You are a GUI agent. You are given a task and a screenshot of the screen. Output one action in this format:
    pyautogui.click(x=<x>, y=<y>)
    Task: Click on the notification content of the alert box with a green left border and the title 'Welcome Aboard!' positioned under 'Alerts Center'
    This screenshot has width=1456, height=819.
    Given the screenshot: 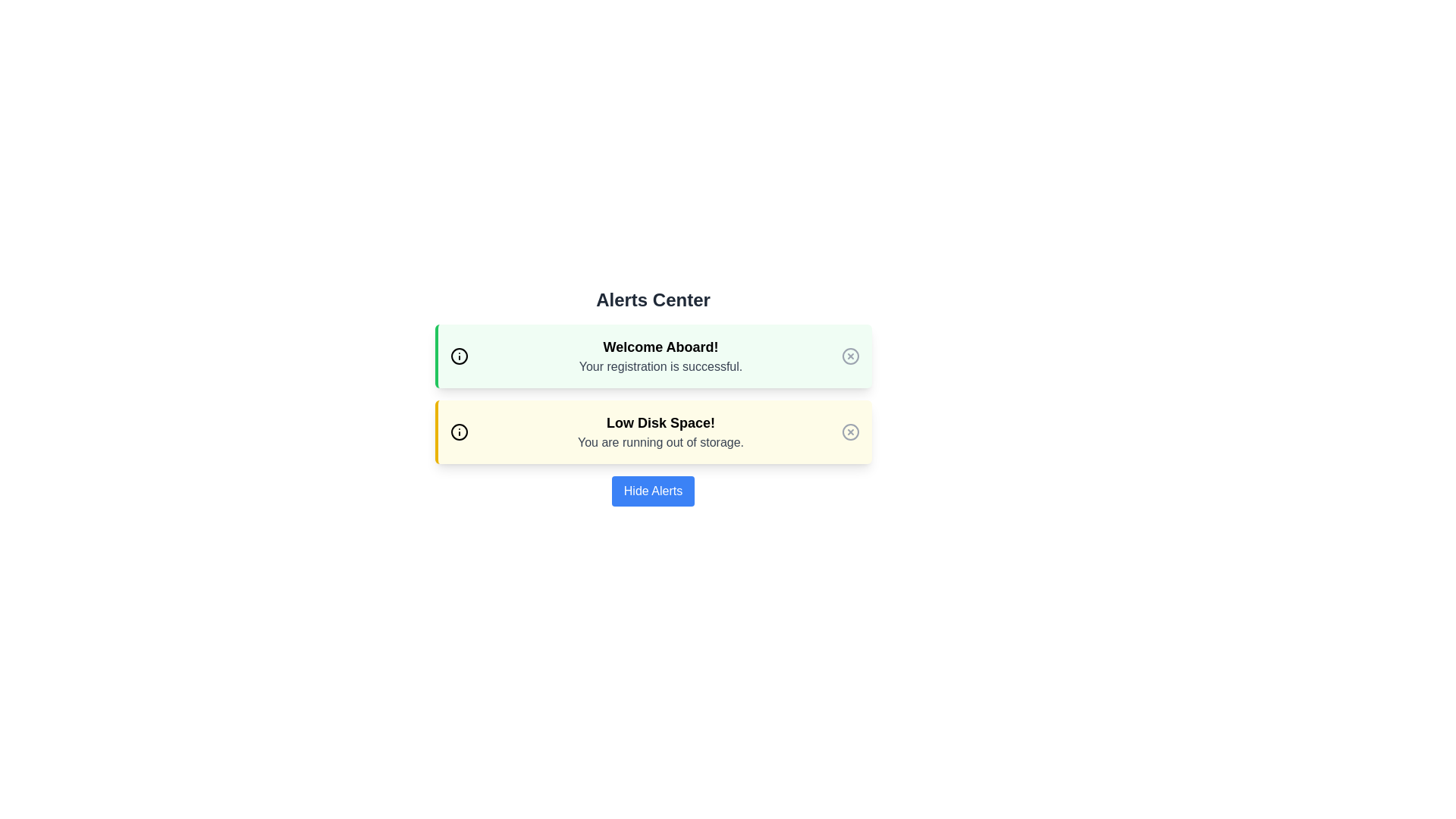 What is the action you would take?
    pyautogui.click(x=653, y=356)
    